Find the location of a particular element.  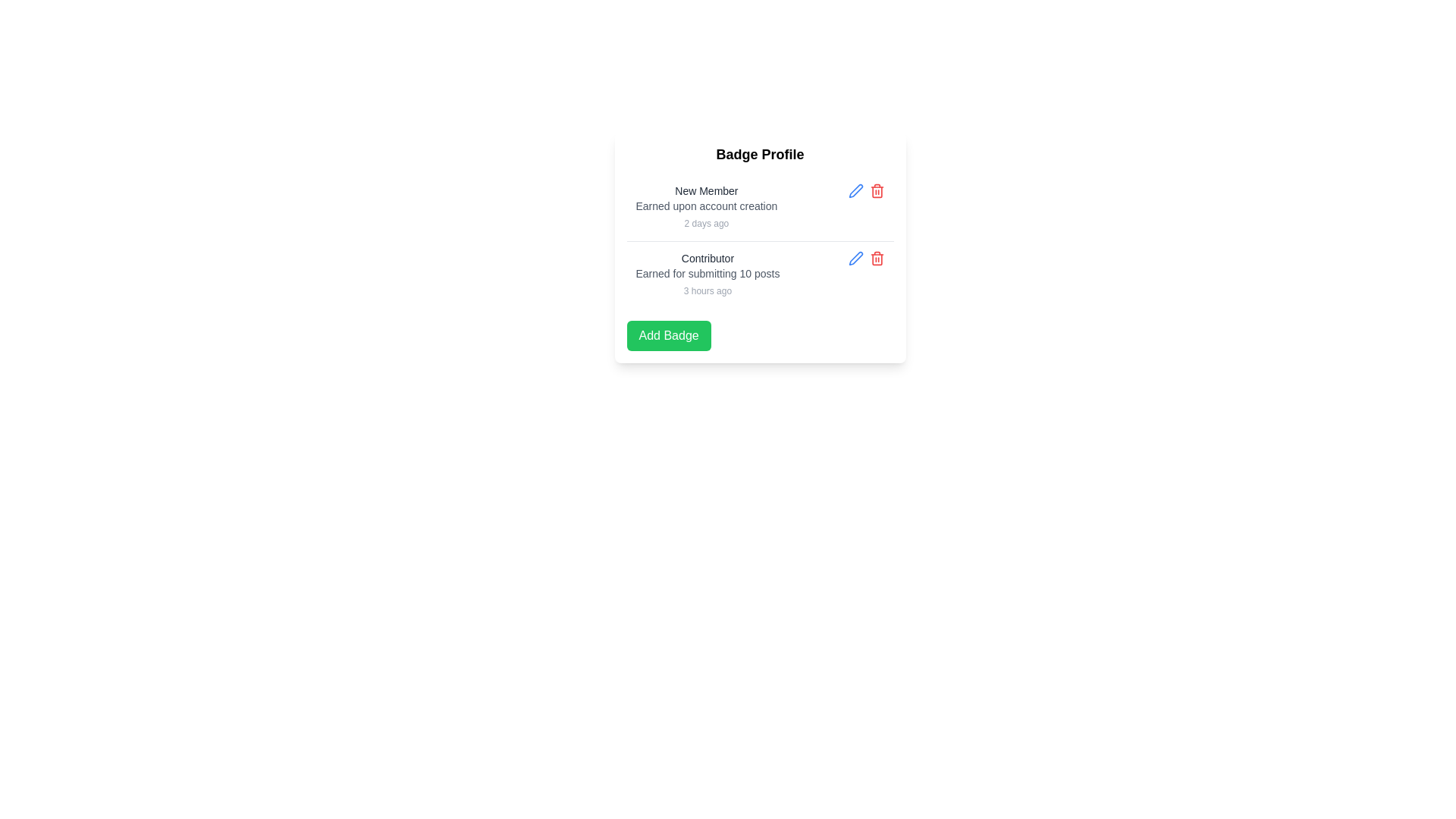

the 'Add Badge' button located at the bottom of the 'Badge Profile' section, centered below 'New Member' and 'Contributor' is located at coordinates (668, 335).